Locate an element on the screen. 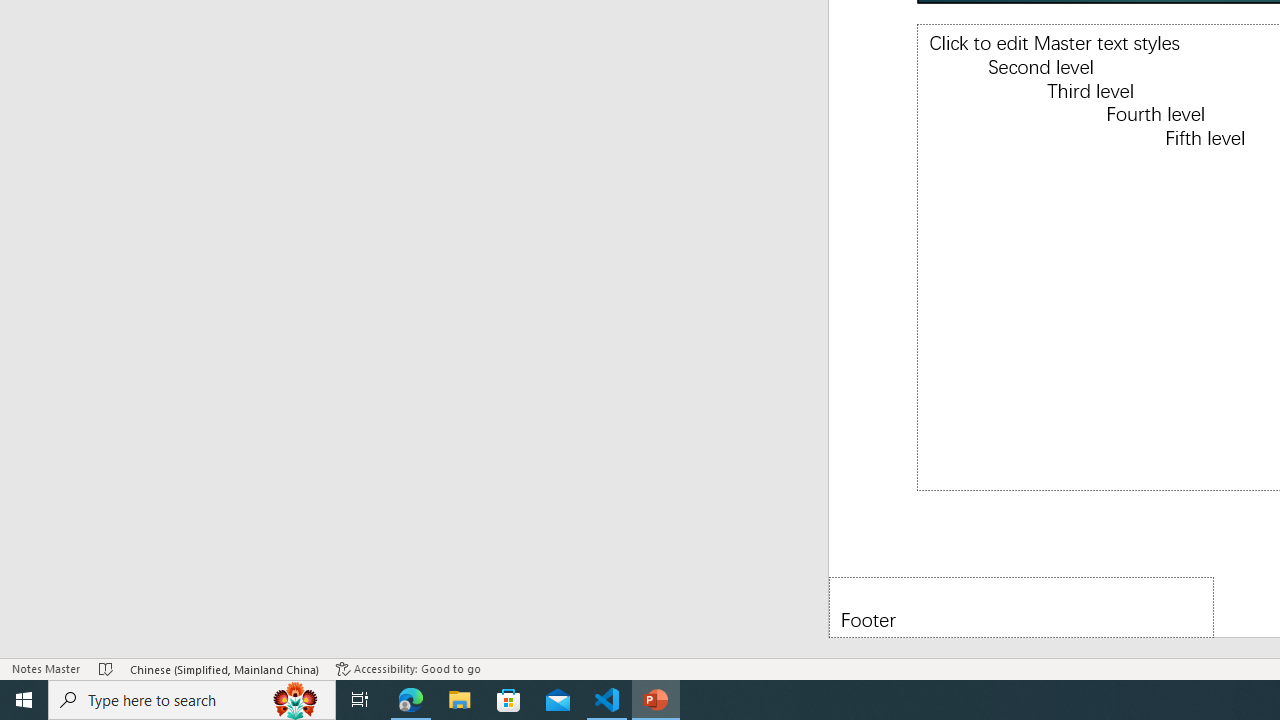 This screenshot has width=1280, height=720. 'Accessibility Checker Accessibility: Good to go' is located at coordinates (407, 669).